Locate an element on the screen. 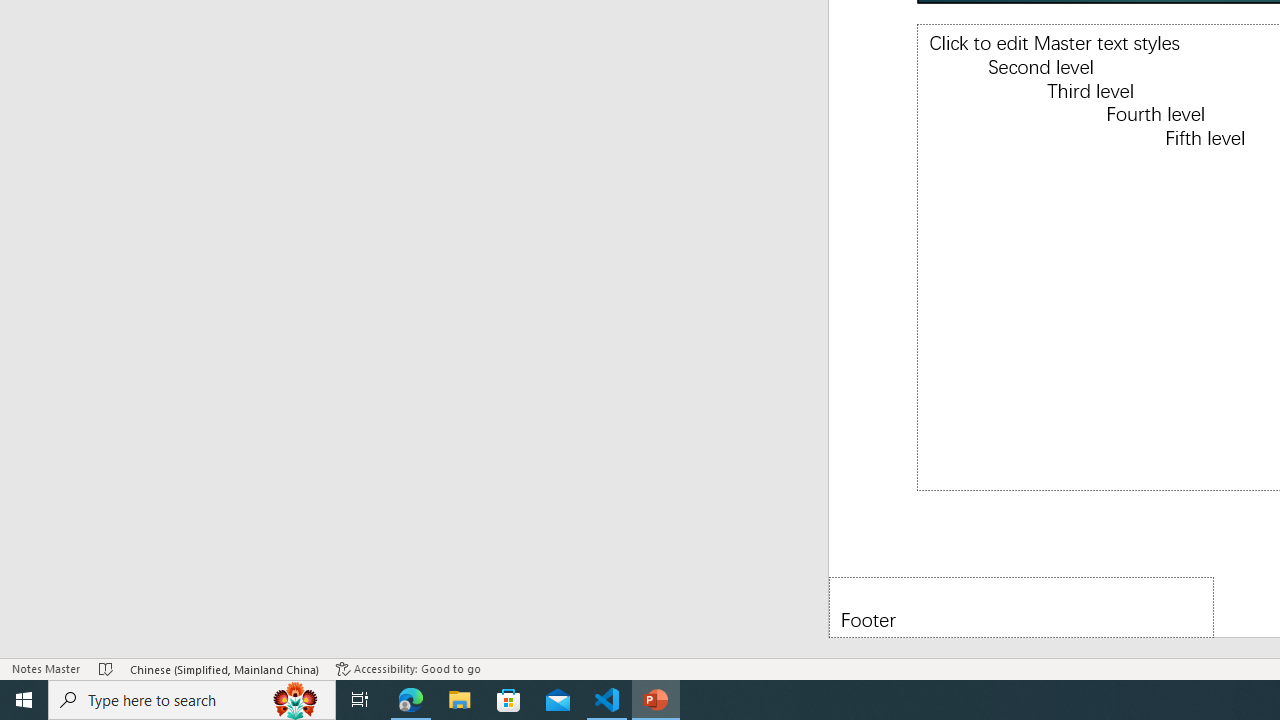 This screenshot has width=1280, height=720. 'Accessibility Checker Accessibility: Good to go' is located at coordinates (407, 669).